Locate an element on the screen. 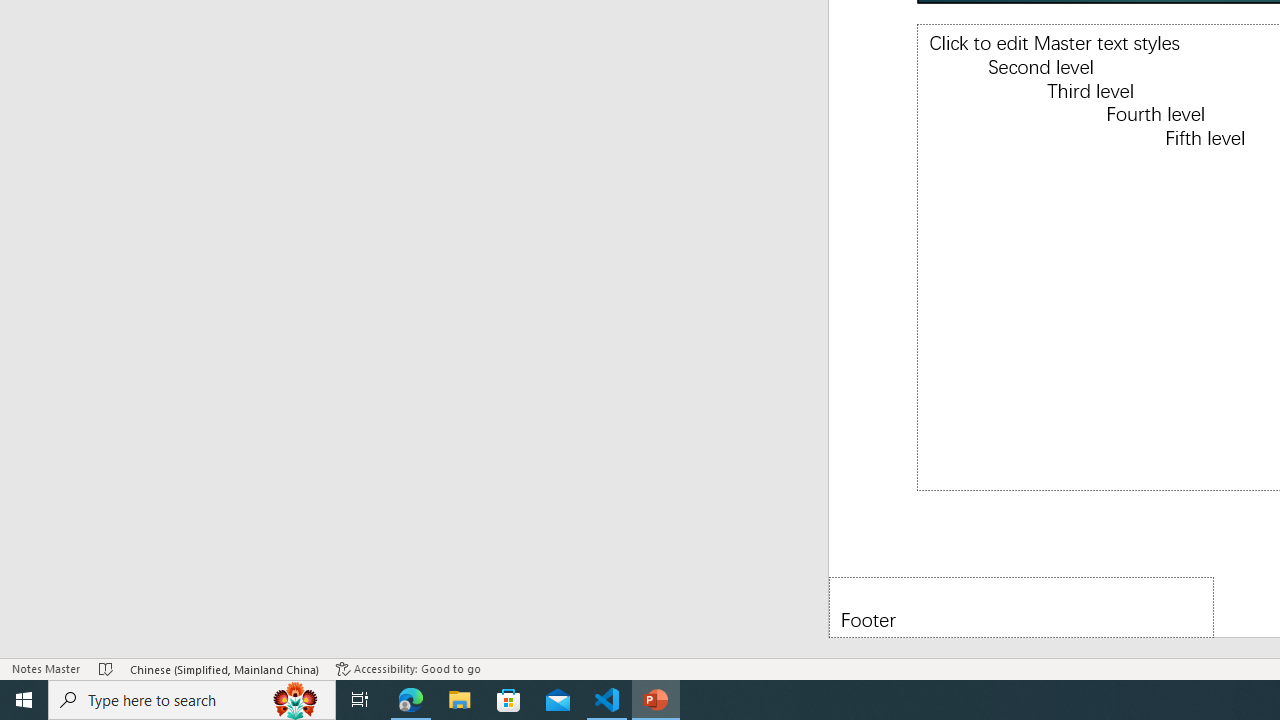 This screenshot has width=1280, height=720. 'Accessibility Checker Accessibility: Good to go' is located at coordinates (407, 669).